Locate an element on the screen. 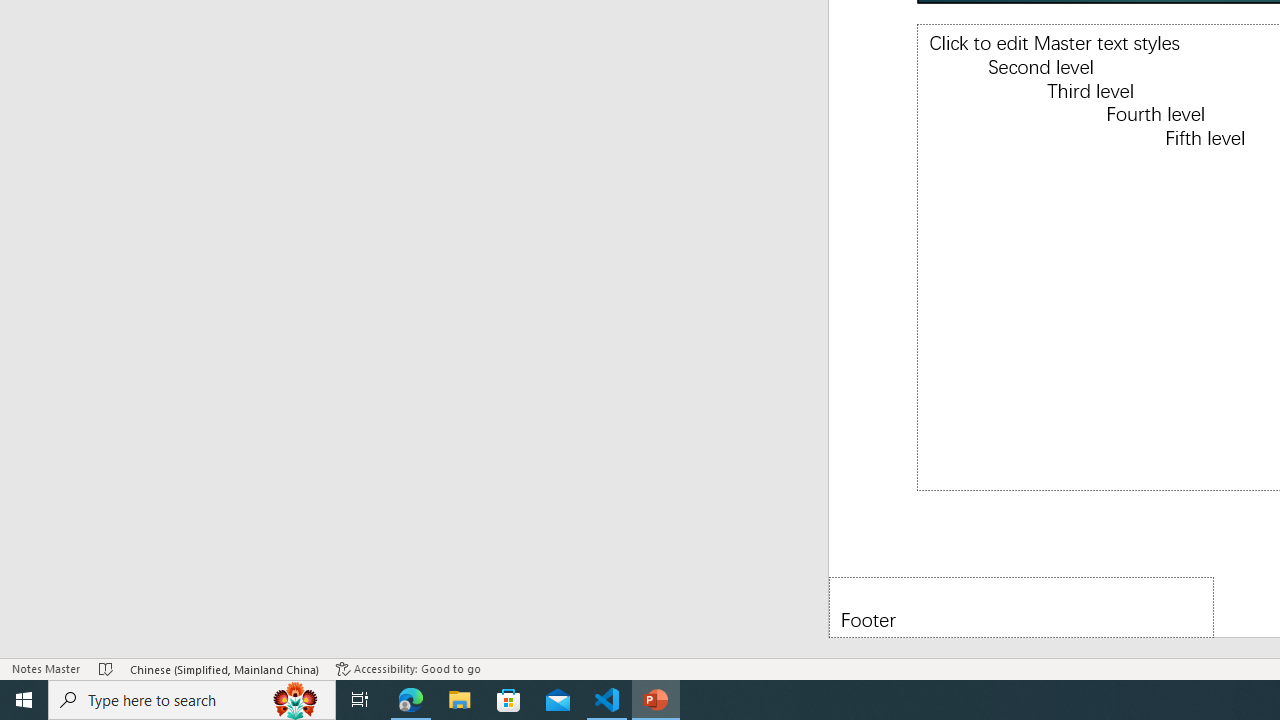 This screenshot has width=1280, height=720. 'Accessibility Checker Accessibility: Good to go' is located at coordinates (407, 669).